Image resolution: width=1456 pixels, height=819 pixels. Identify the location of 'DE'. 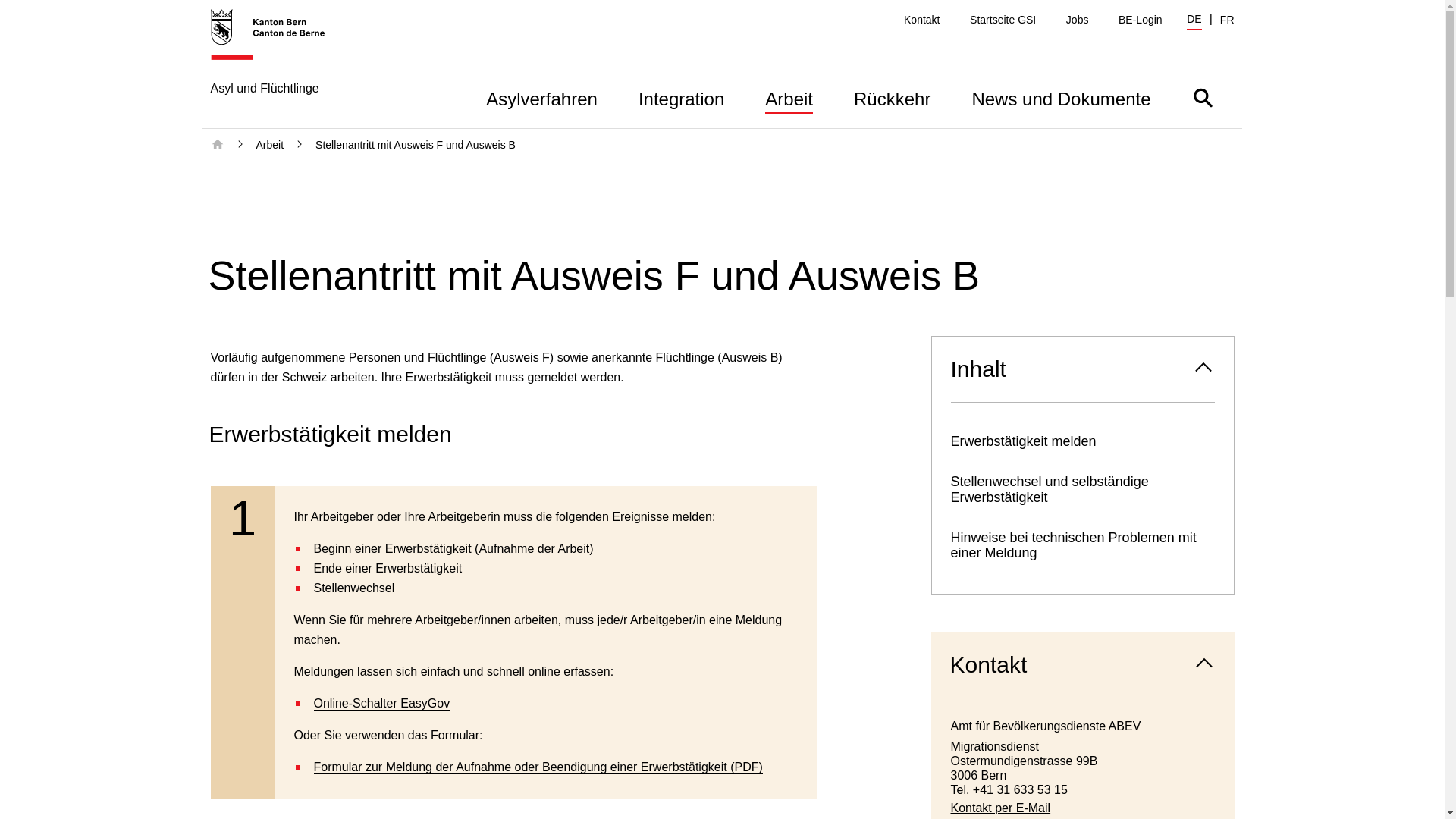
(1193, 20).